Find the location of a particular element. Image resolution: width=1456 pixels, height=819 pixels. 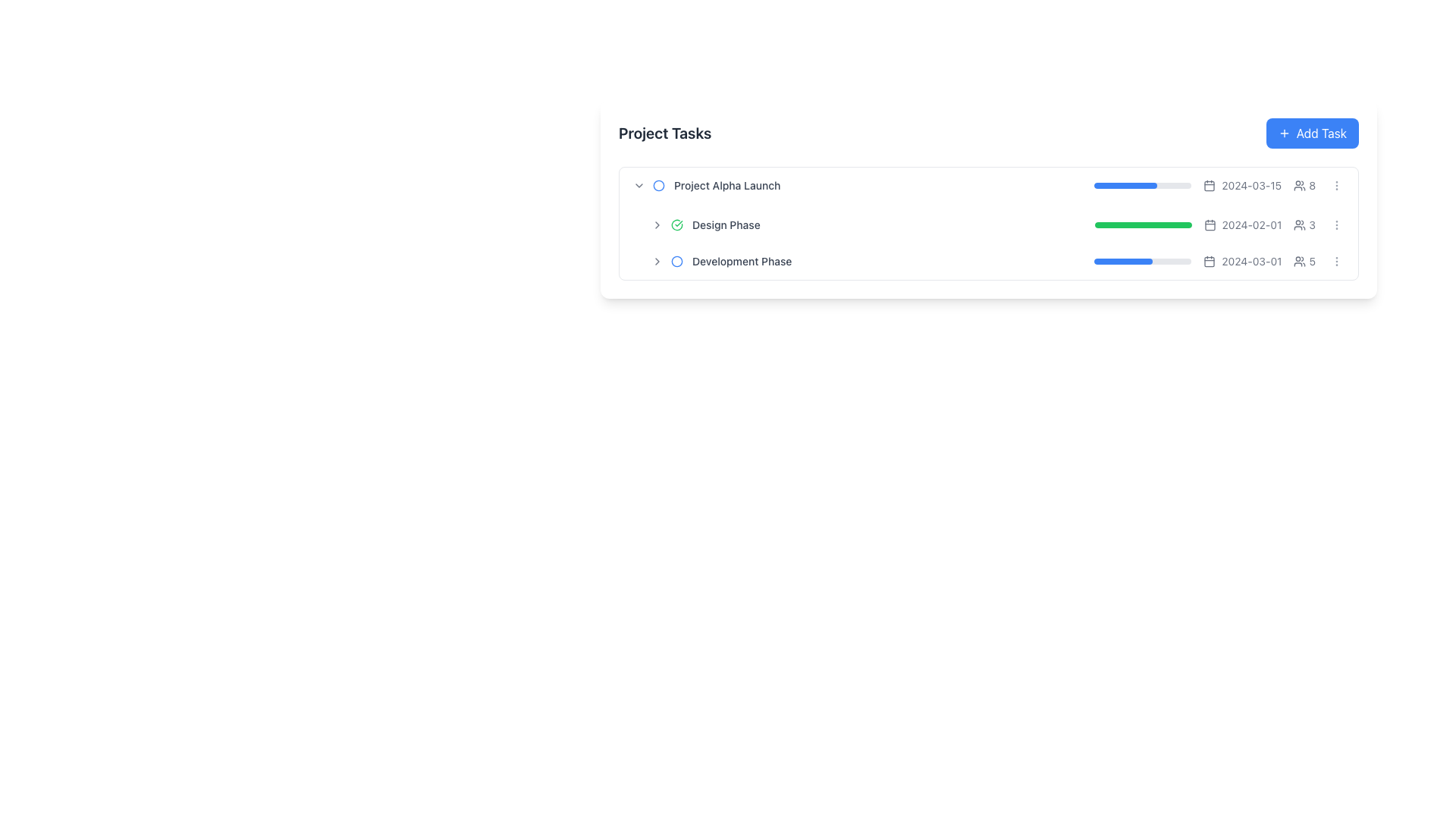

progress level is located at coordinates (1169, 225).